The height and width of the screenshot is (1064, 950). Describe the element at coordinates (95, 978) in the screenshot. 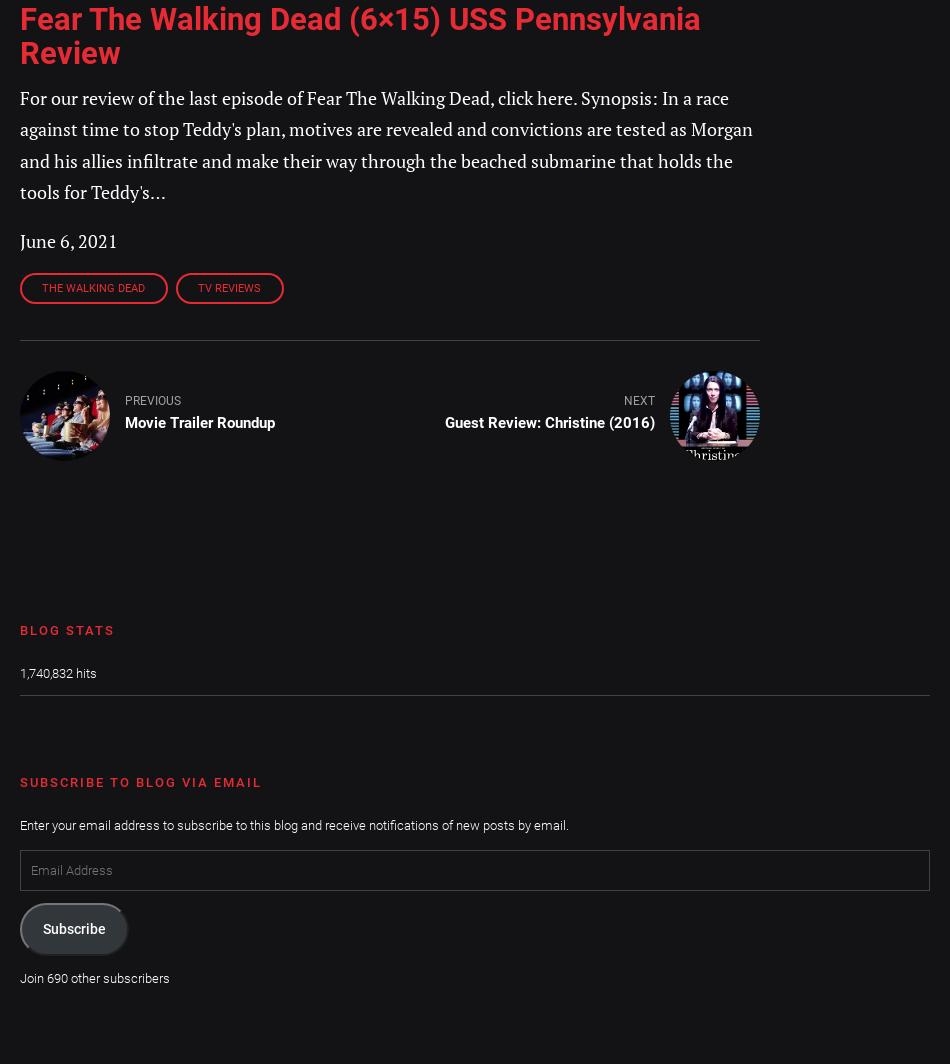

I see `'Join 690 other subscribers'` at that location.